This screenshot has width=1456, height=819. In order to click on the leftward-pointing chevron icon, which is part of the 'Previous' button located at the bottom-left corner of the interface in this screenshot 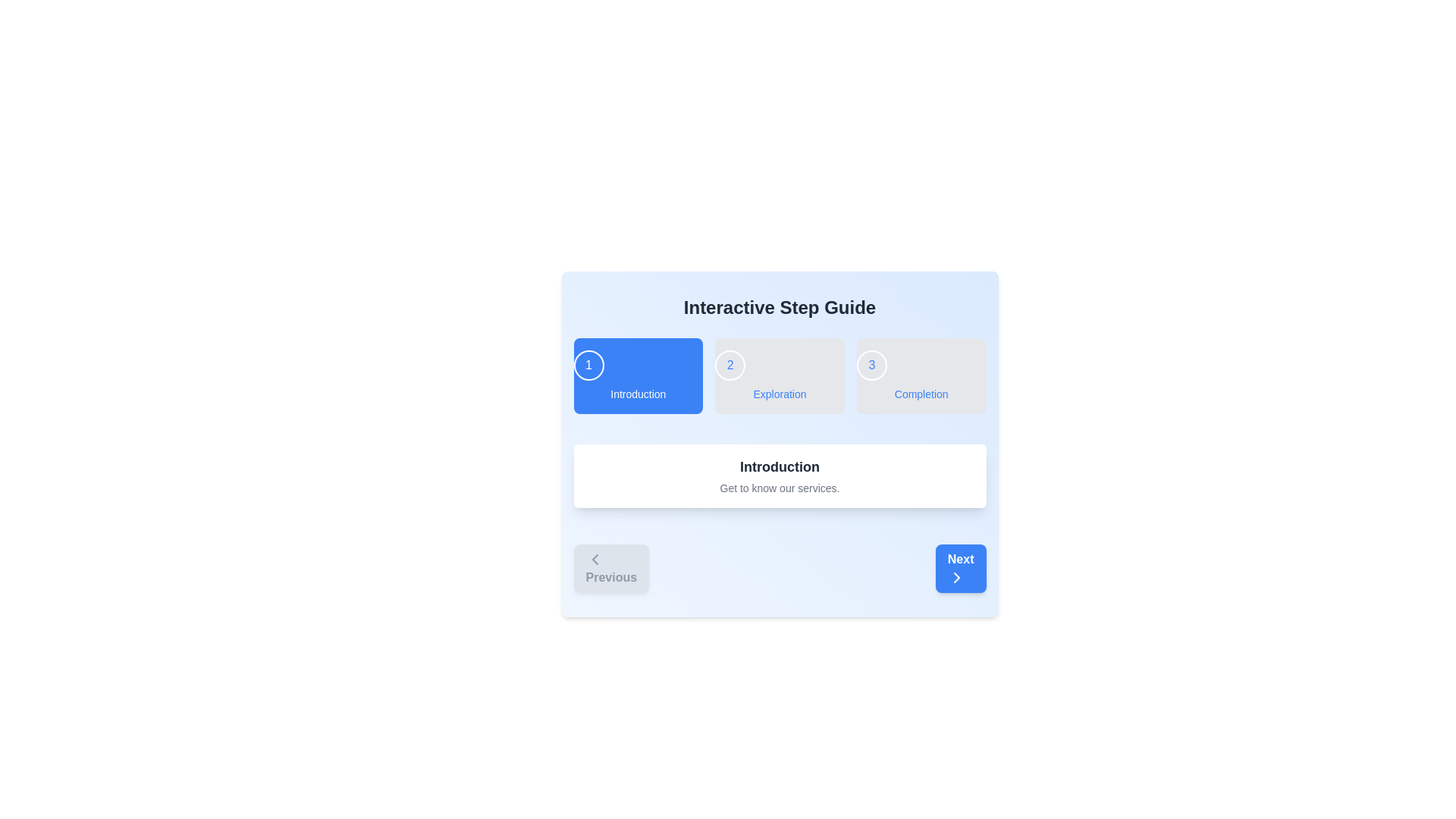, I will do `click(594, 559)`.